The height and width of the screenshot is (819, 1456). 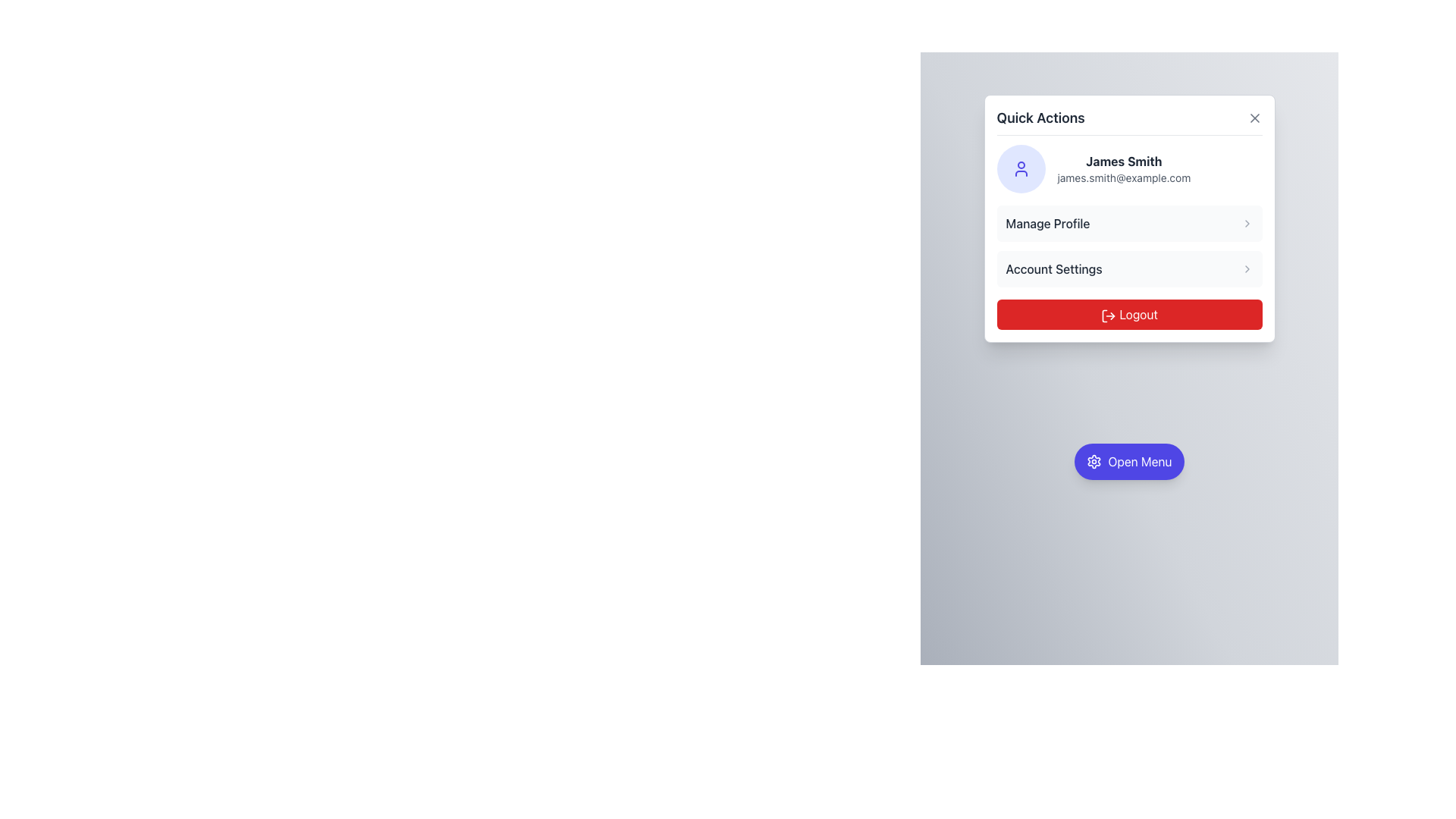 I want to click on the settings icon located inside the 'Open Menu' button at the bottom-right of the interface, so click(x=1094, y=461).